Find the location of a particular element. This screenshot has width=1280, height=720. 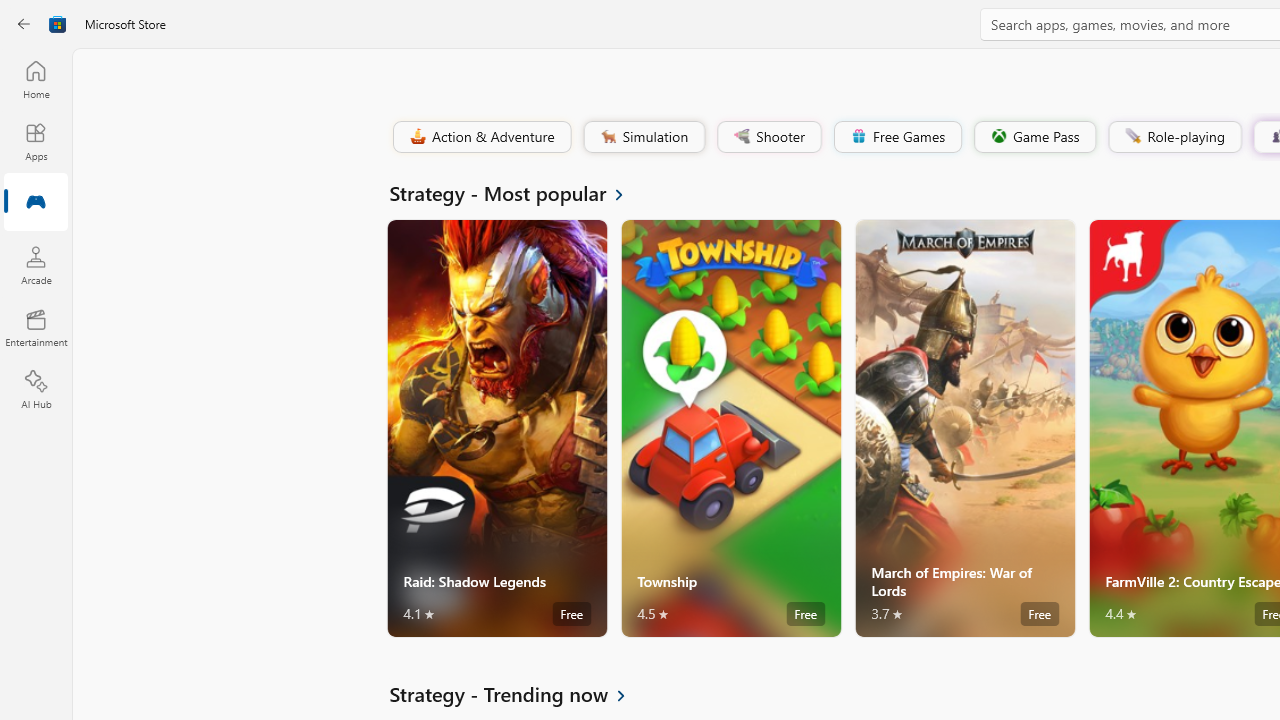

'Home' is located at coordinates (35, 78).